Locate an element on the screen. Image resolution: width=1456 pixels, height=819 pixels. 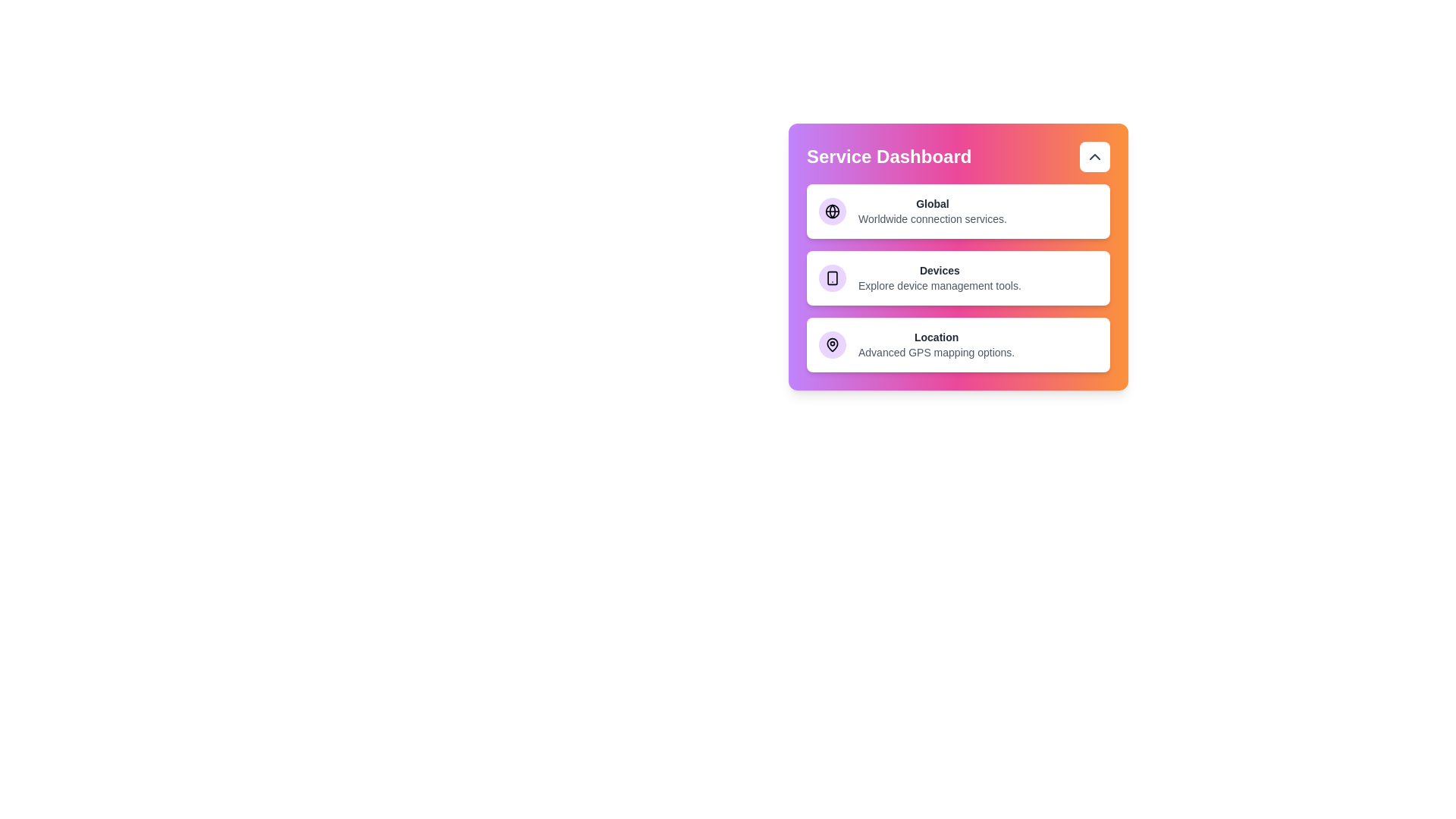
the Global service card to select it is located at coordinates (957, 211).